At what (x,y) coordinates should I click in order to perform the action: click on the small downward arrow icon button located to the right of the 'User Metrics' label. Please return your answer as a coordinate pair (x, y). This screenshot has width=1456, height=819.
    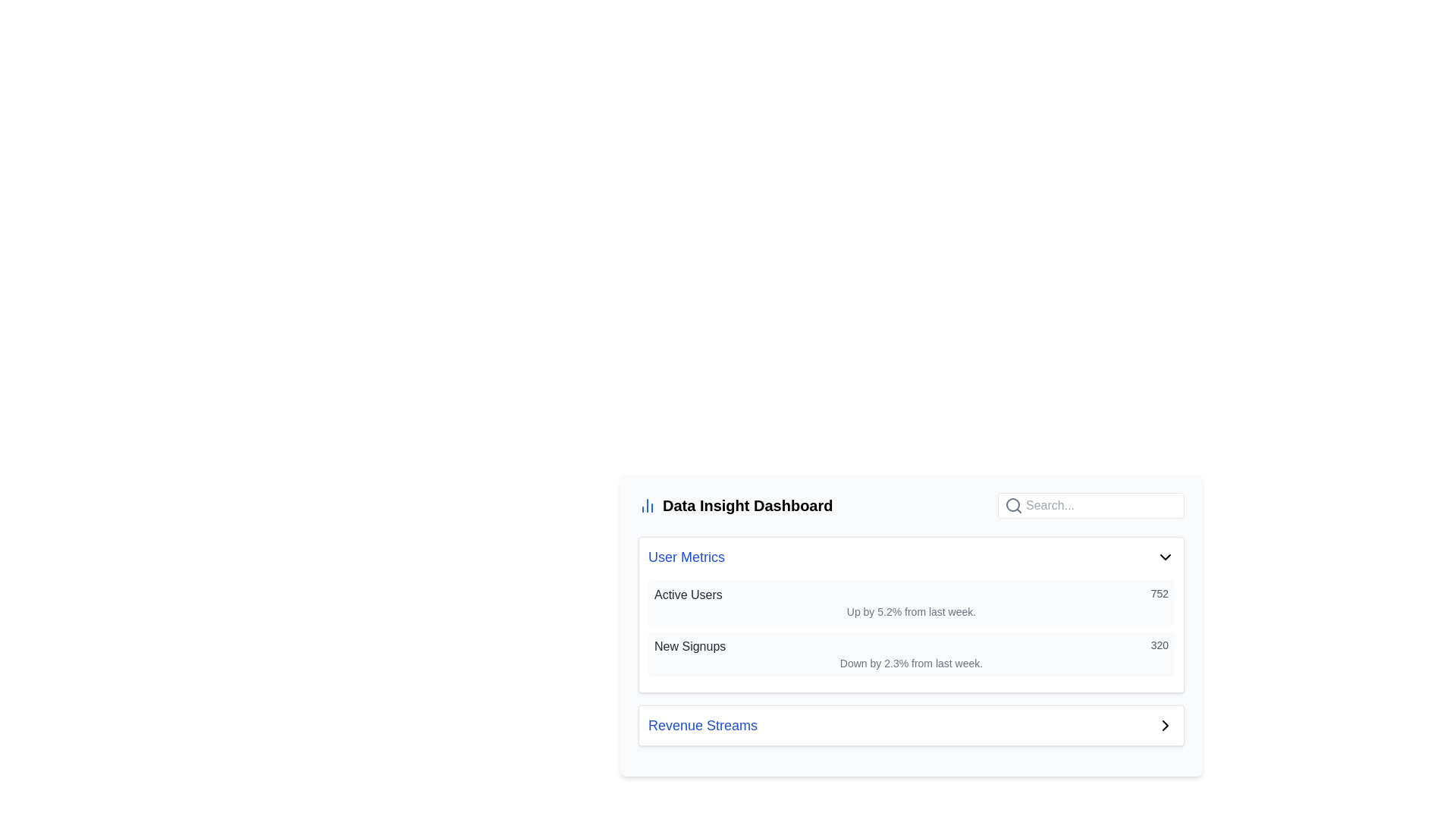
    Looking at the image, I should click on (1164, 557).